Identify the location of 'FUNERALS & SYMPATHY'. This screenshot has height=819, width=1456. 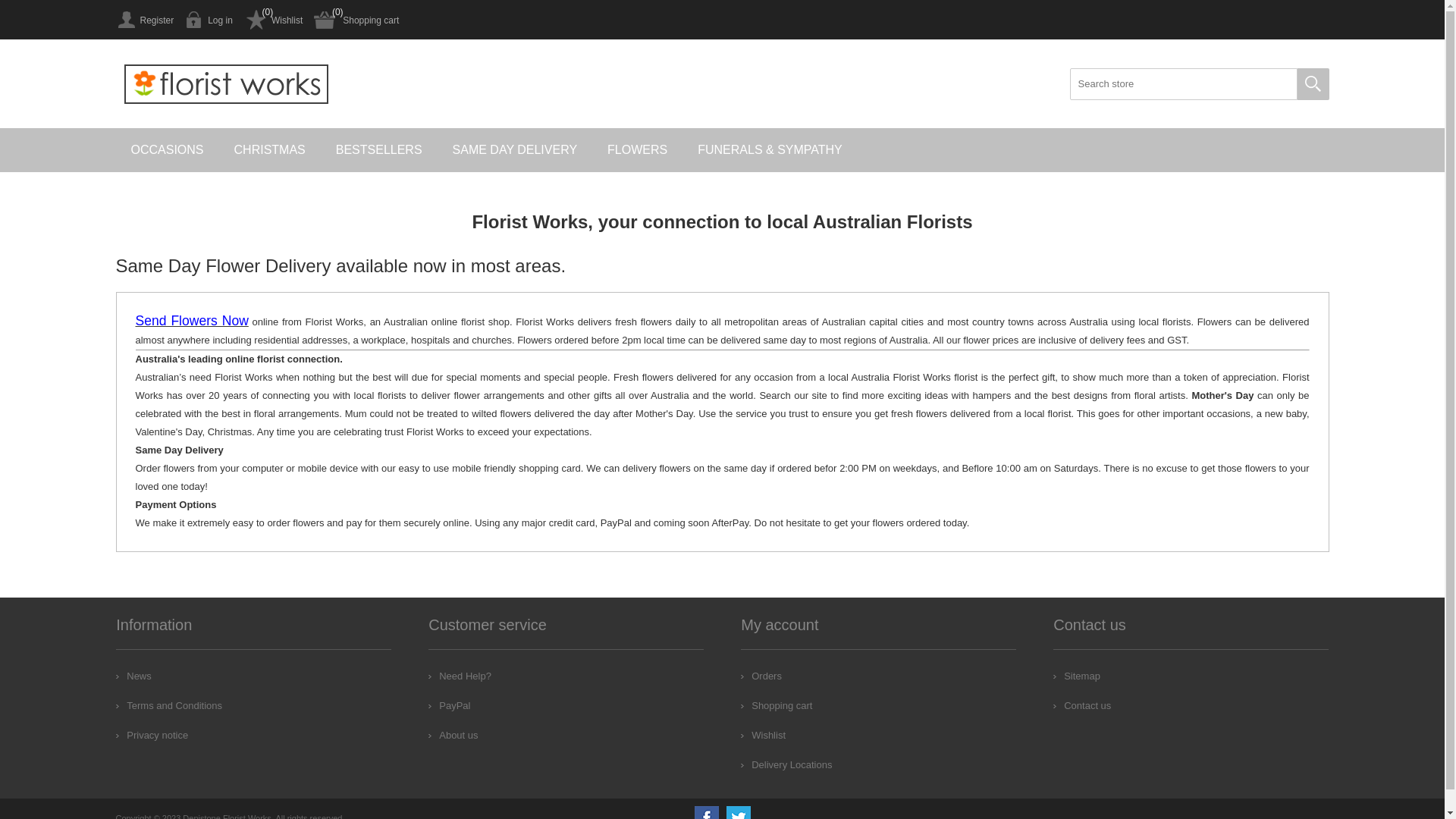
(770, 149).